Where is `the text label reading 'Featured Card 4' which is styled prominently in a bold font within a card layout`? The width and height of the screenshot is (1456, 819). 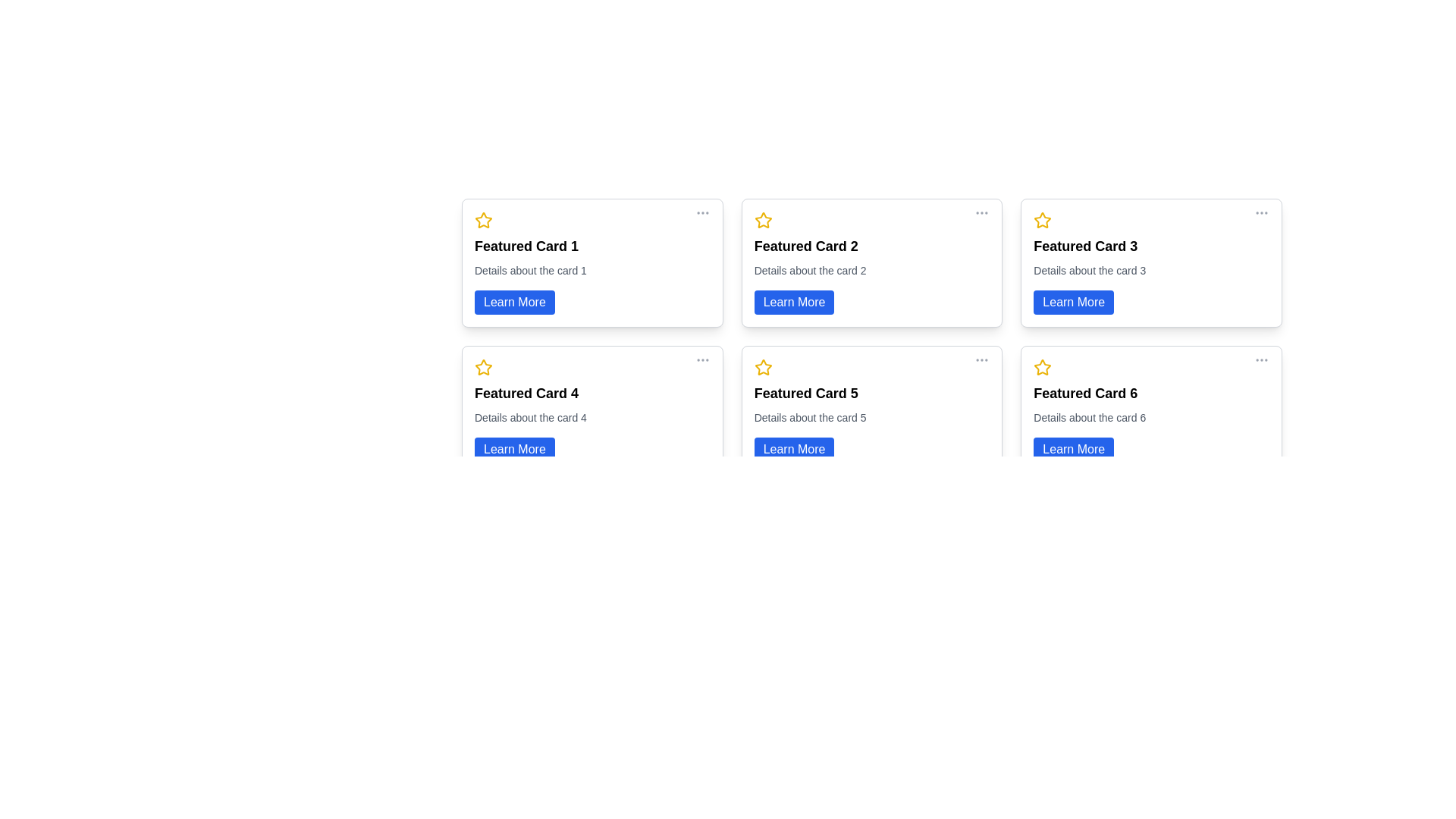
the text label reading 'Featured Card 4' which is styled prominently in a bold font within a card layout is located at coordinates (526, 393).